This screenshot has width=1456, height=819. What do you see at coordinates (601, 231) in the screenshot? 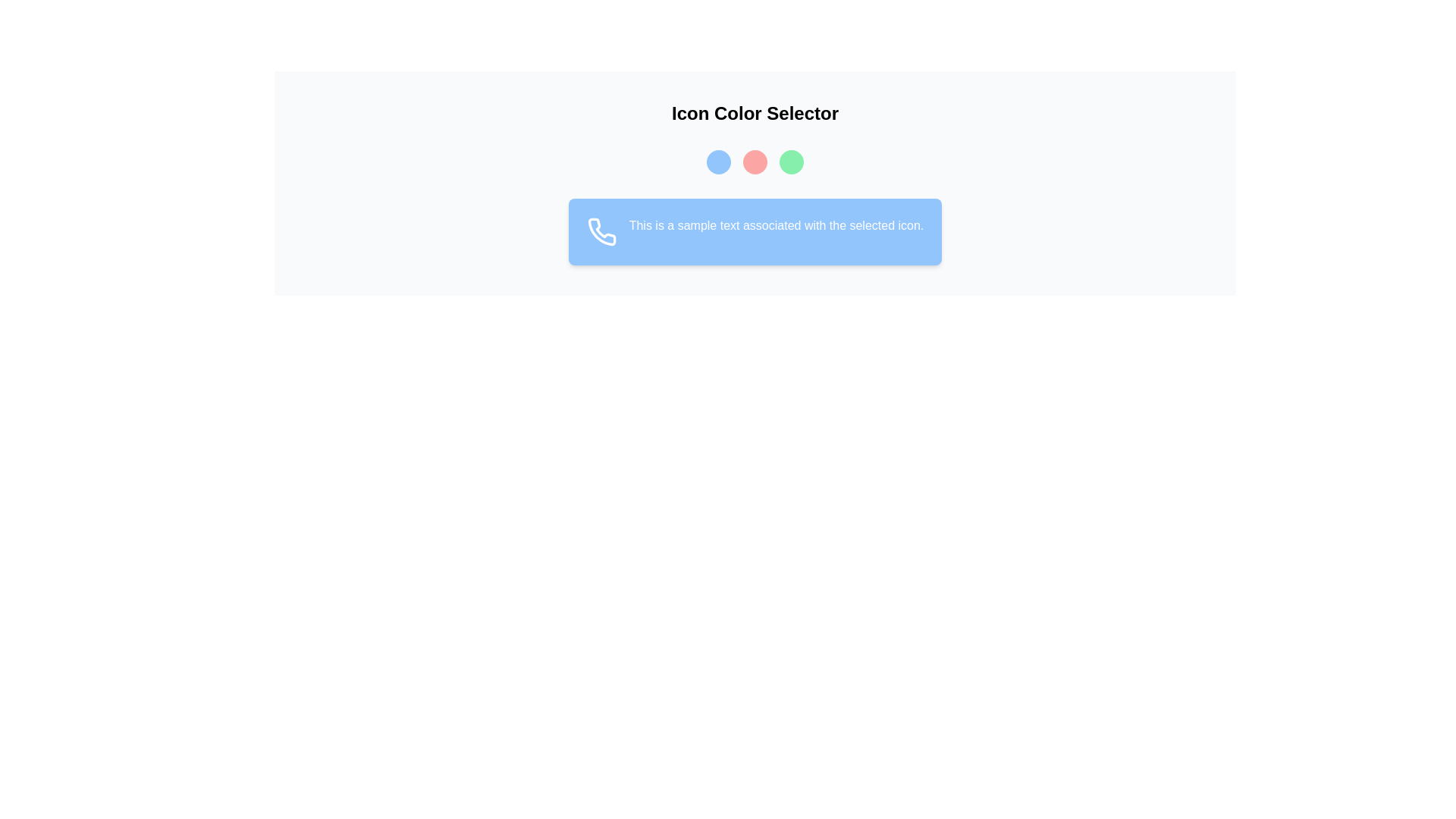
I see `the white phone receiver icon with a rounded outline, located on the leftmost side of the light blue background, next to the text 'This is a sample text associated with the selected icon.'` at bounding box center [601, 231].